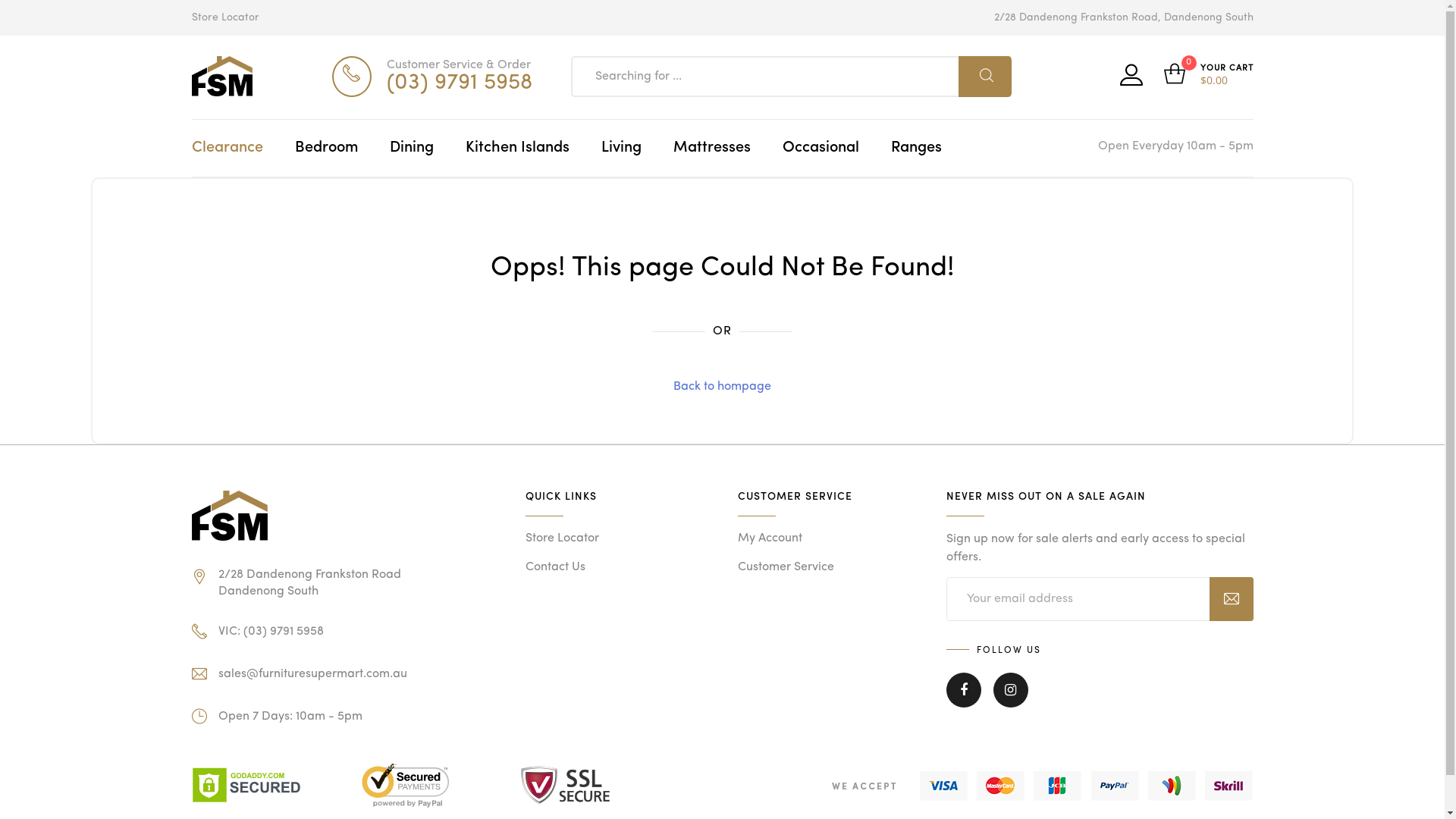  What do you see at coordinates (785, 567) in the screenshot?
I see `'Customer Service'` at bounding box center [785, 567].